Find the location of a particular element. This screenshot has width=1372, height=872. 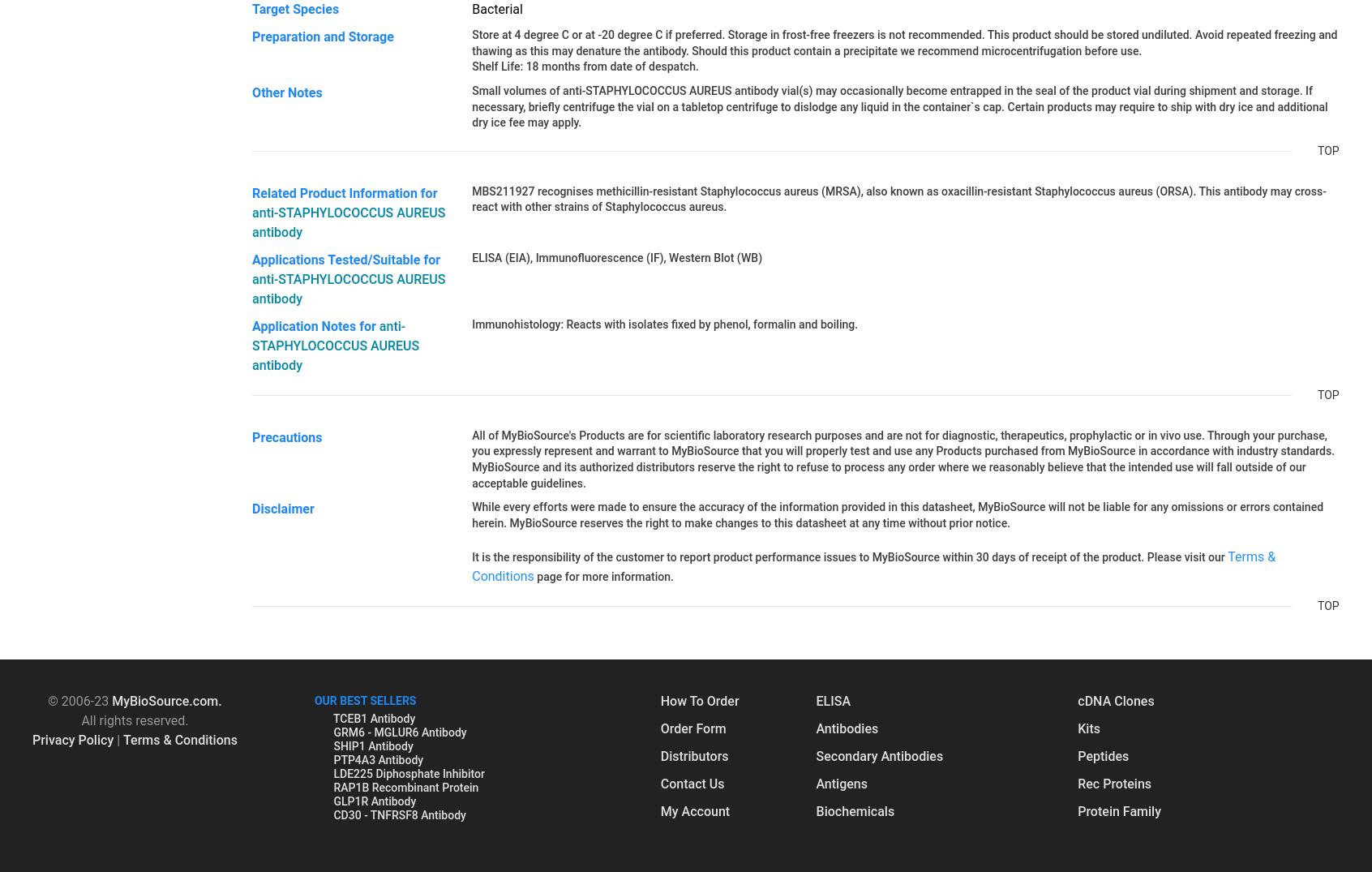

'Rec Proteins' is located at coordinates (1114, 783).